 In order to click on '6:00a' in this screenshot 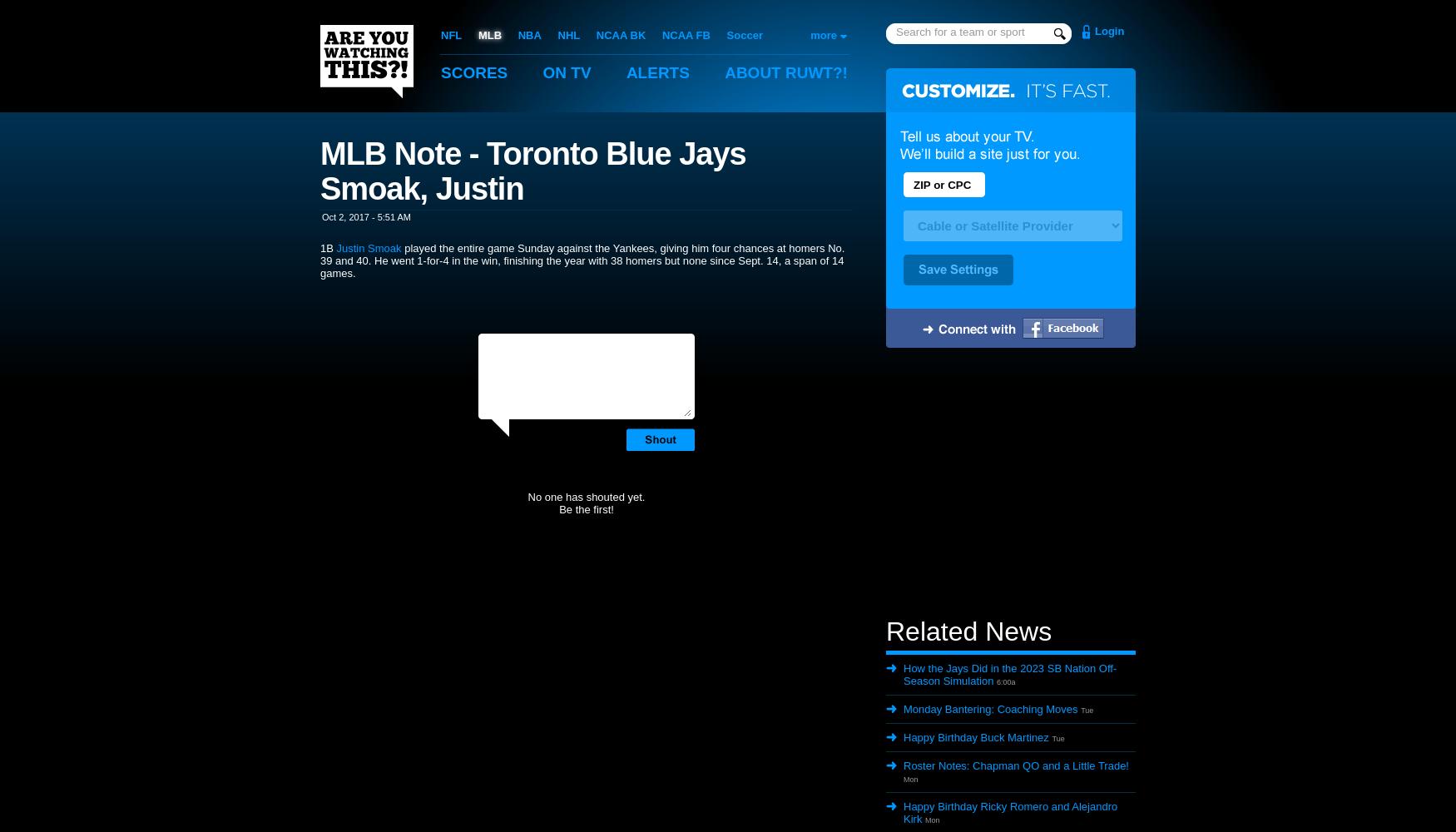, I will do `click(1006, 681)`.